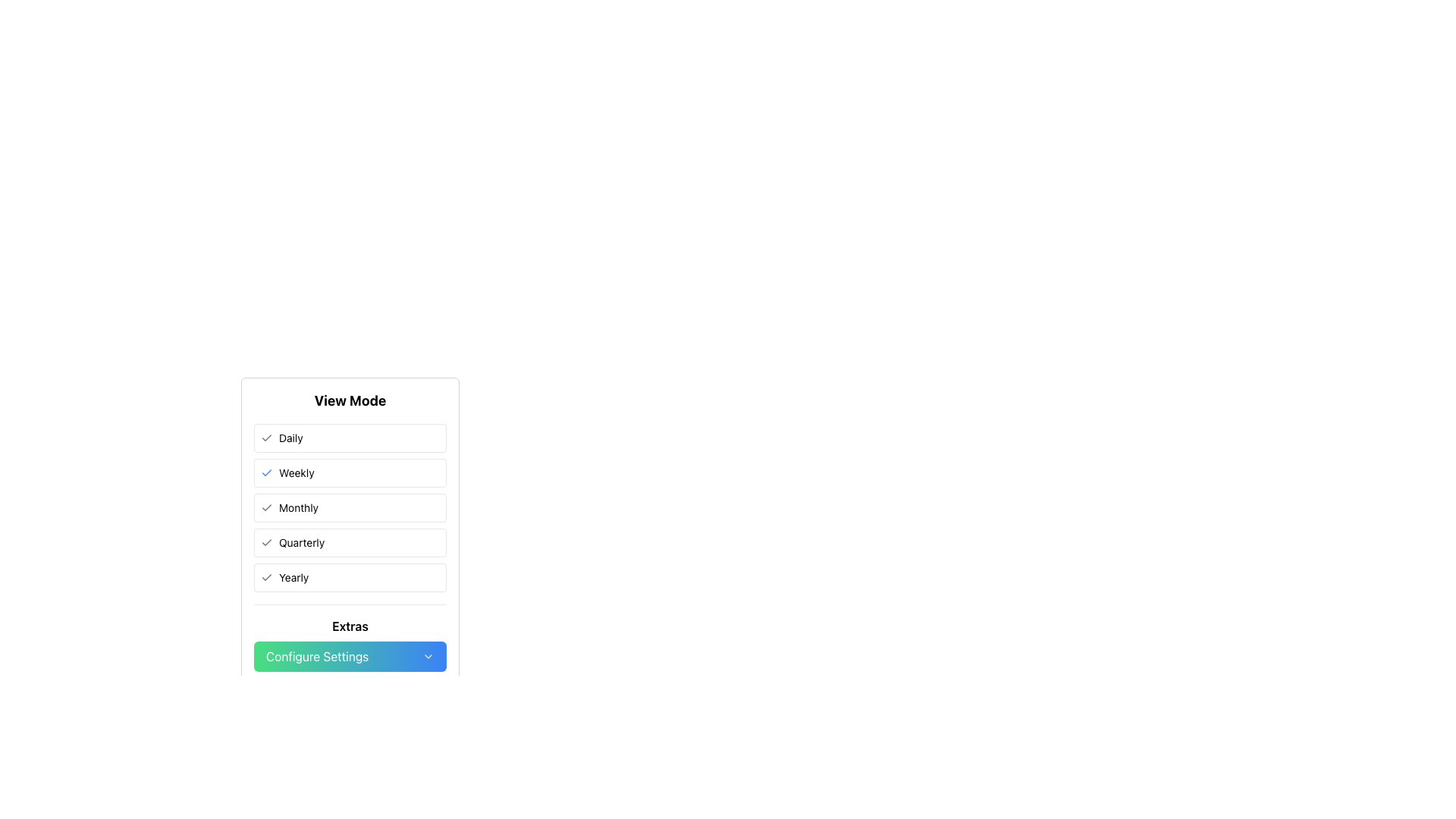 The image size is (1456, 819). Describe the element at coordinates (302, 542) in the screenshot. I see `the 'Quarterly' text label, which is the fourth item in the 'View Mode' selectable list` at that location.